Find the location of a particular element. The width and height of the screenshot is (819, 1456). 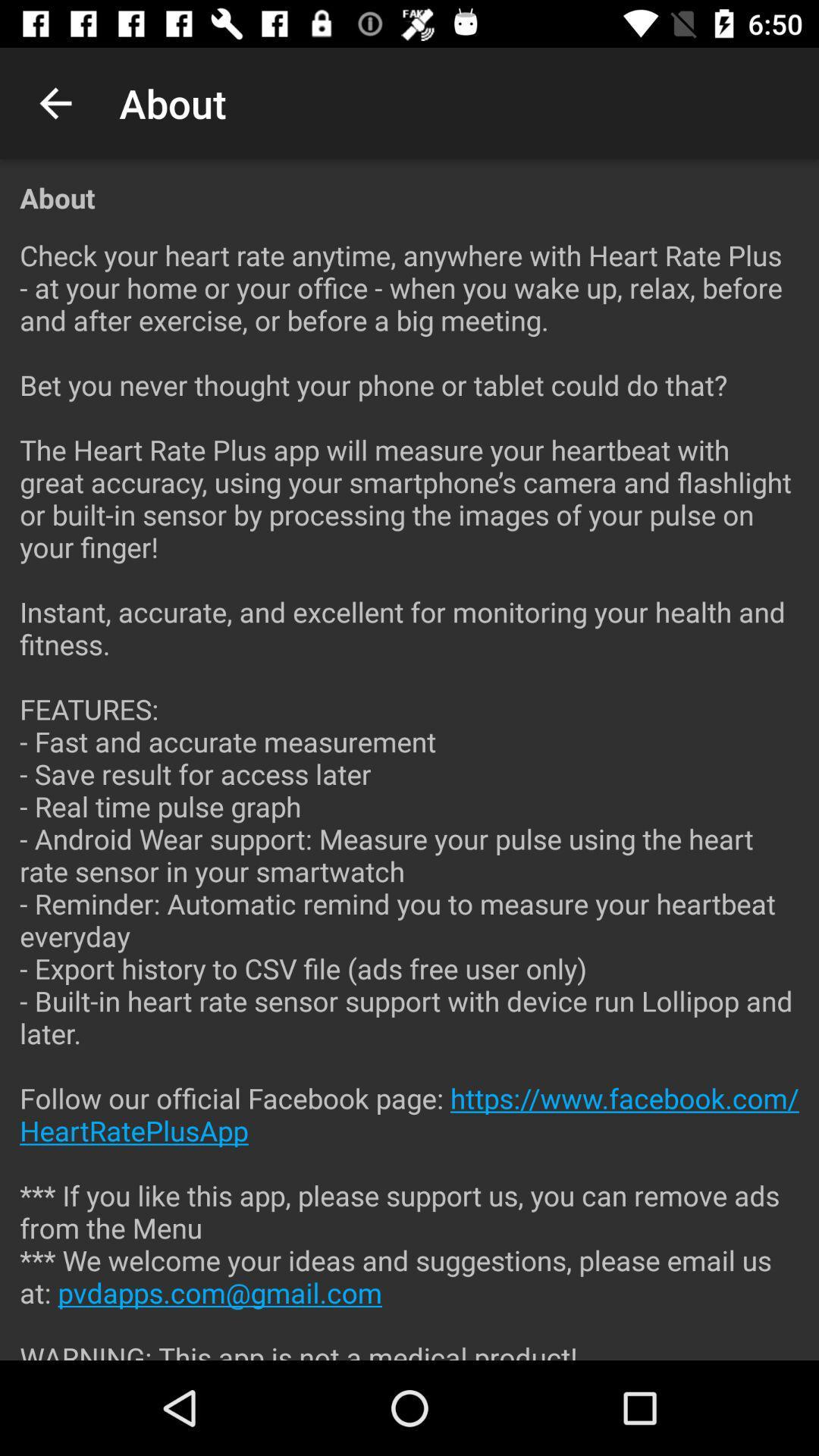

app next to the about icon is located at coordinates (55, 102).